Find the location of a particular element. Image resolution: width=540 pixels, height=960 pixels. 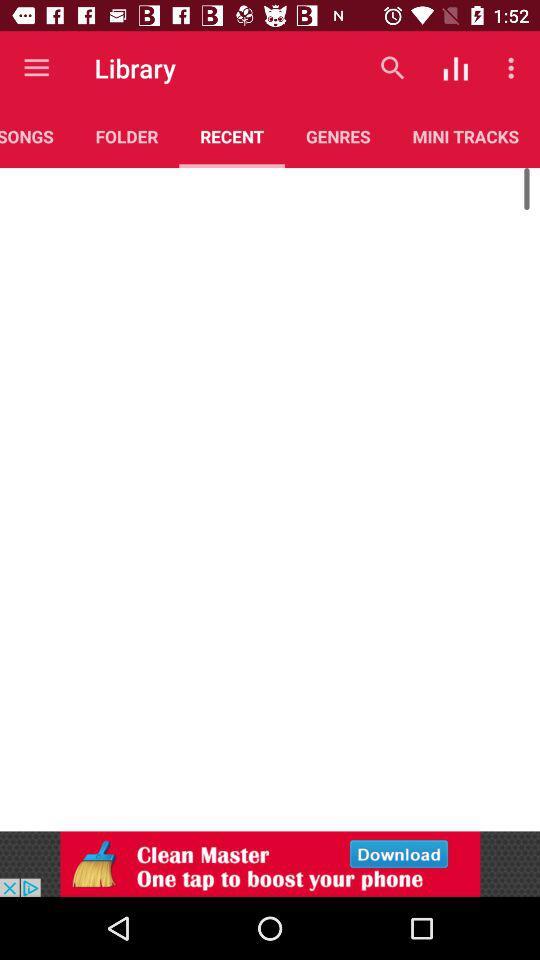

visit advertiser is located at coordinates (270, 863).